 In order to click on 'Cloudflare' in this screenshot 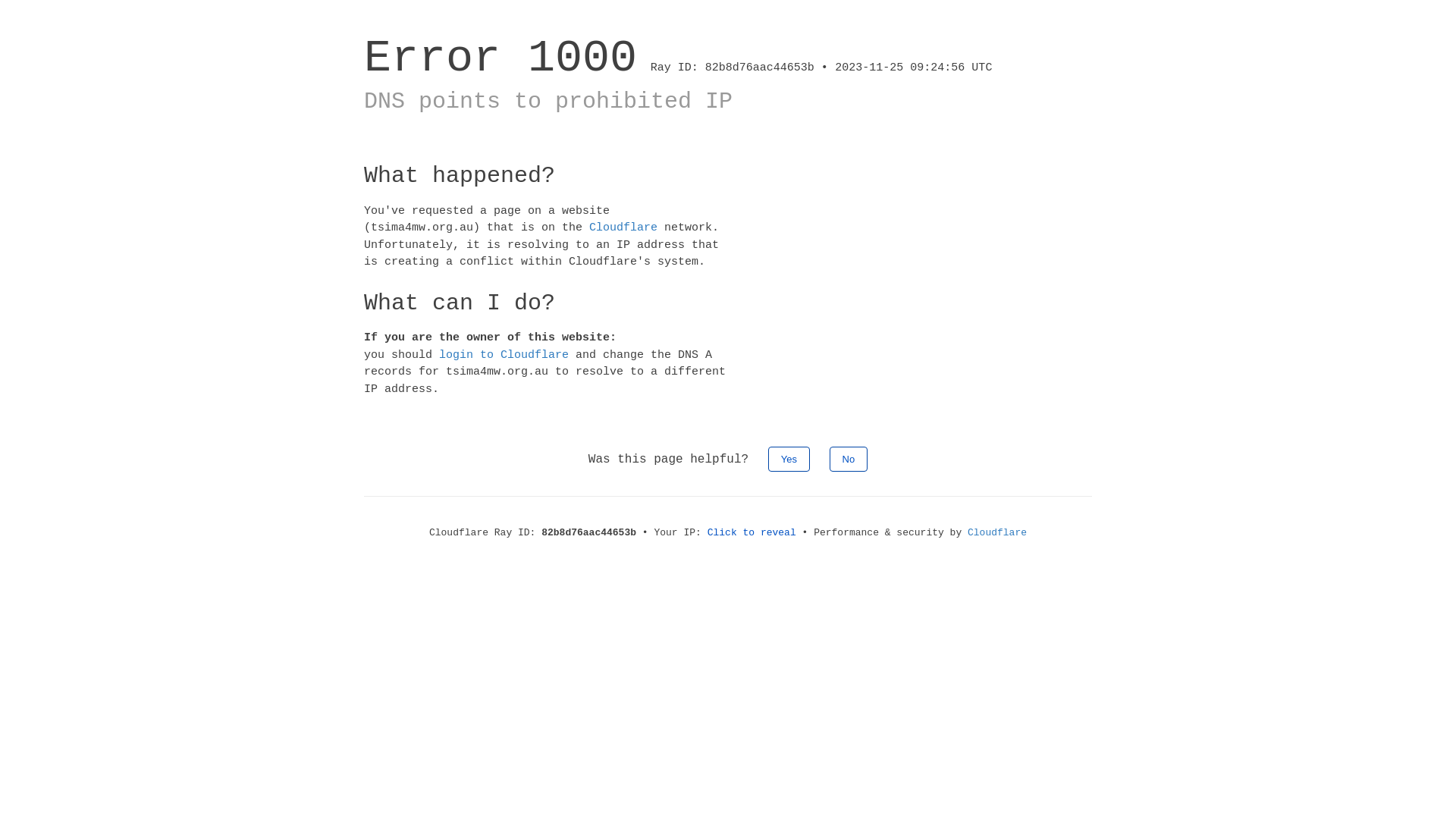, I will do `click(588, 227)`.